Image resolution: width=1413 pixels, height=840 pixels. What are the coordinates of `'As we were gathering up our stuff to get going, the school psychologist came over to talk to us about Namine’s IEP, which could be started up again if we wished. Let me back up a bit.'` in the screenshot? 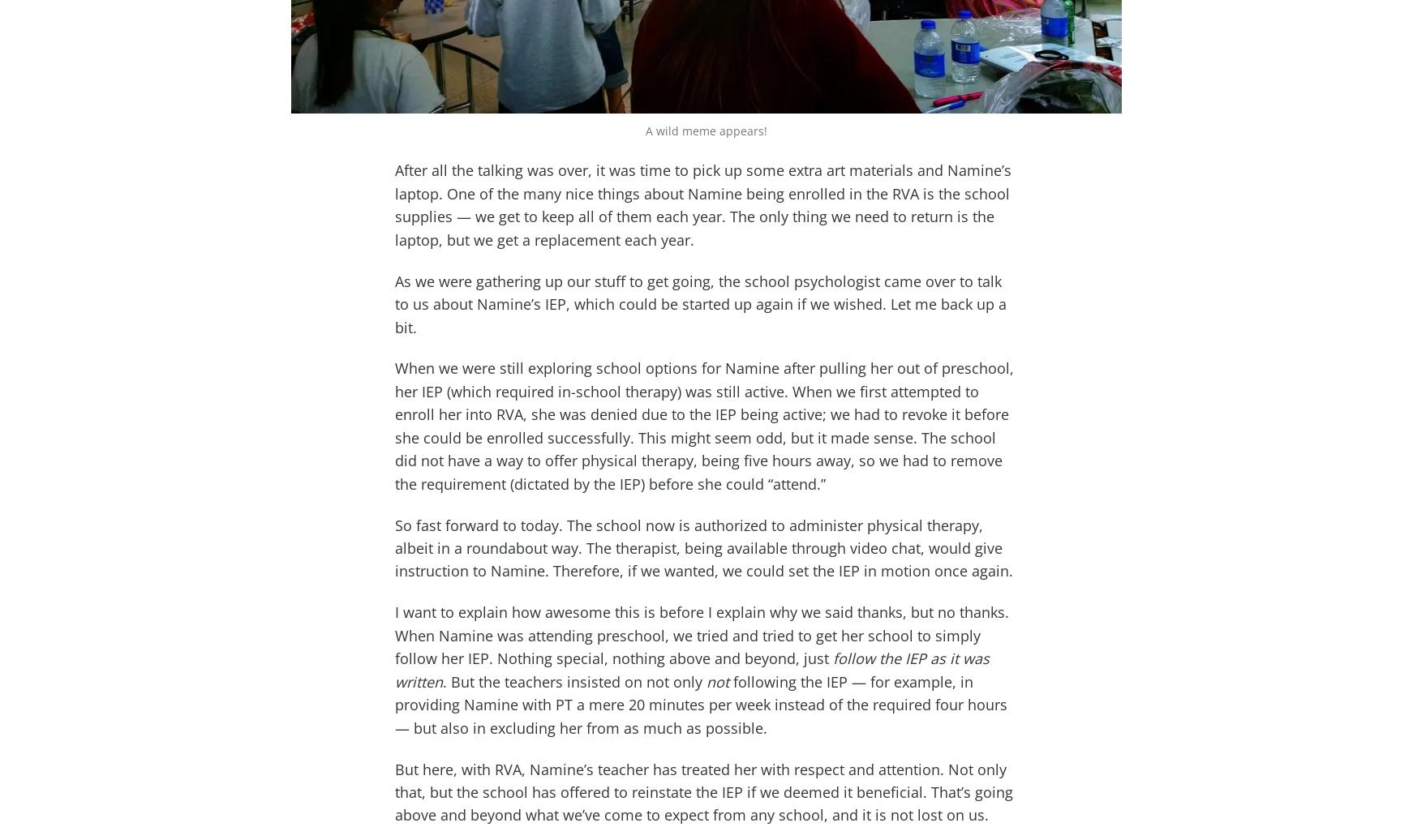 It's located at (701, 303).